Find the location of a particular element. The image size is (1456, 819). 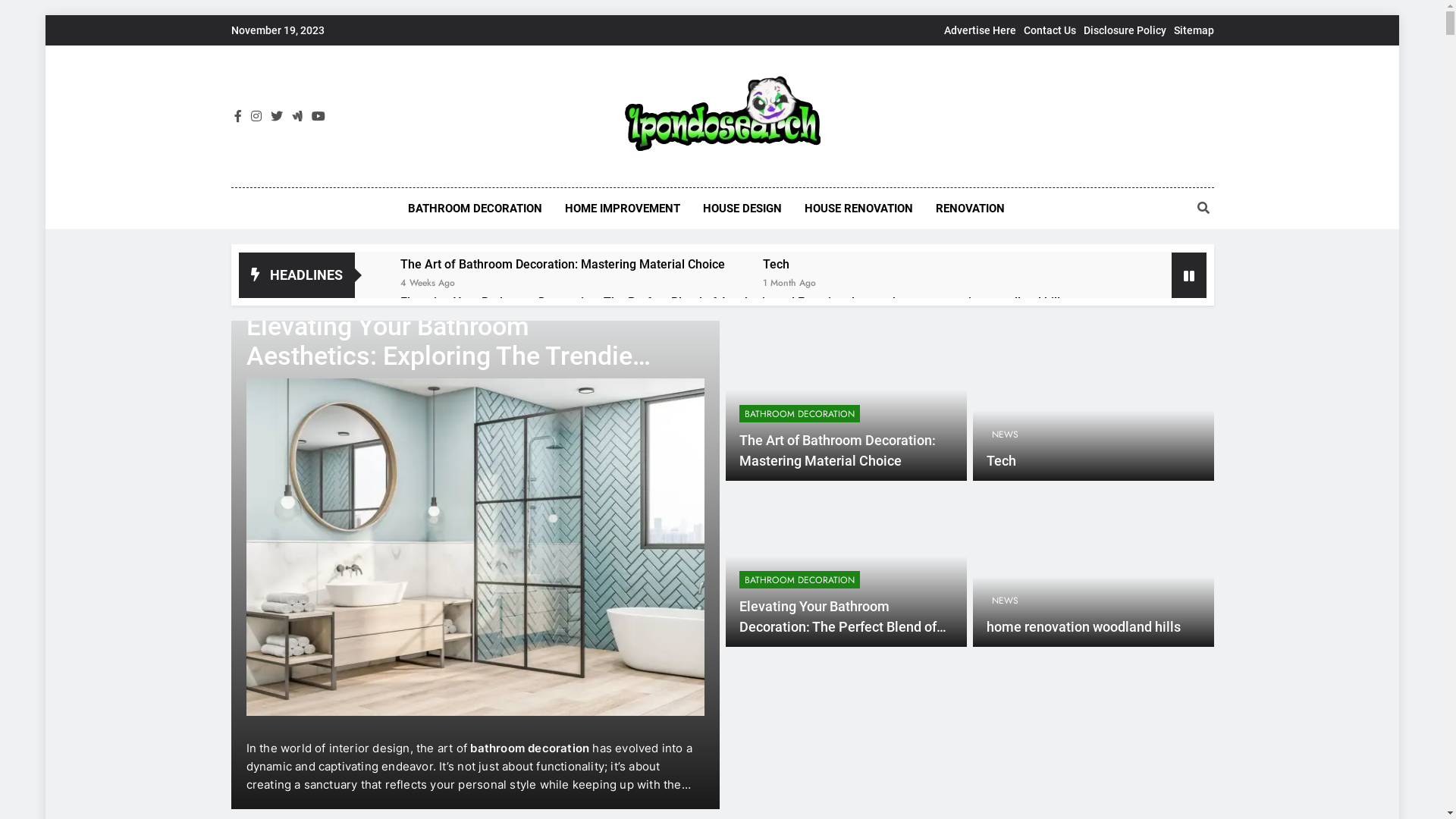

'Skip to content' is located at coordinates (45, 14).